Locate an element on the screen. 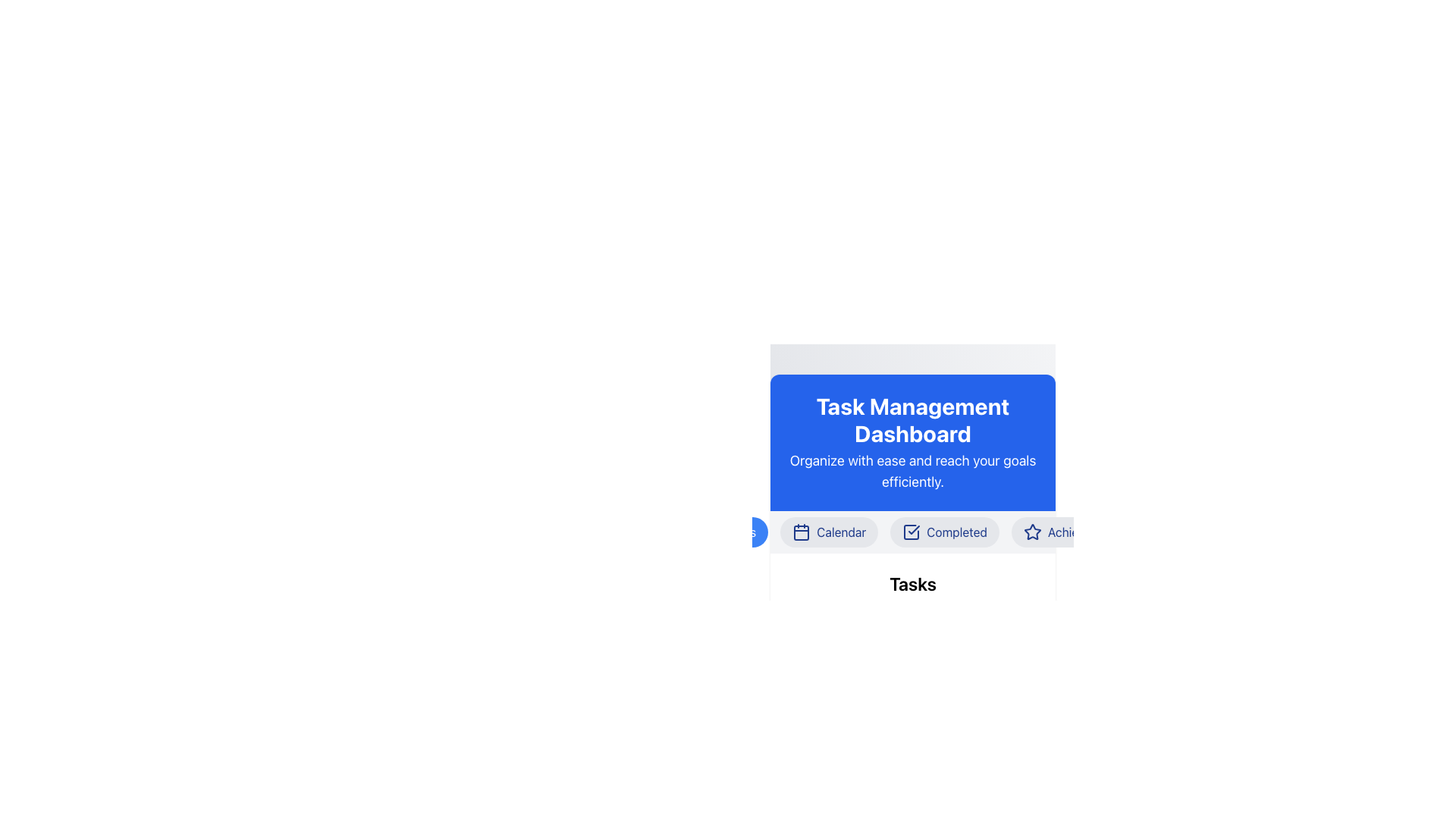 The image size is (1456, 819). text displayed in the Text Label titled 'Task Management Dashboard' which serves as the main header for the section is located at coordinates (912, 420).